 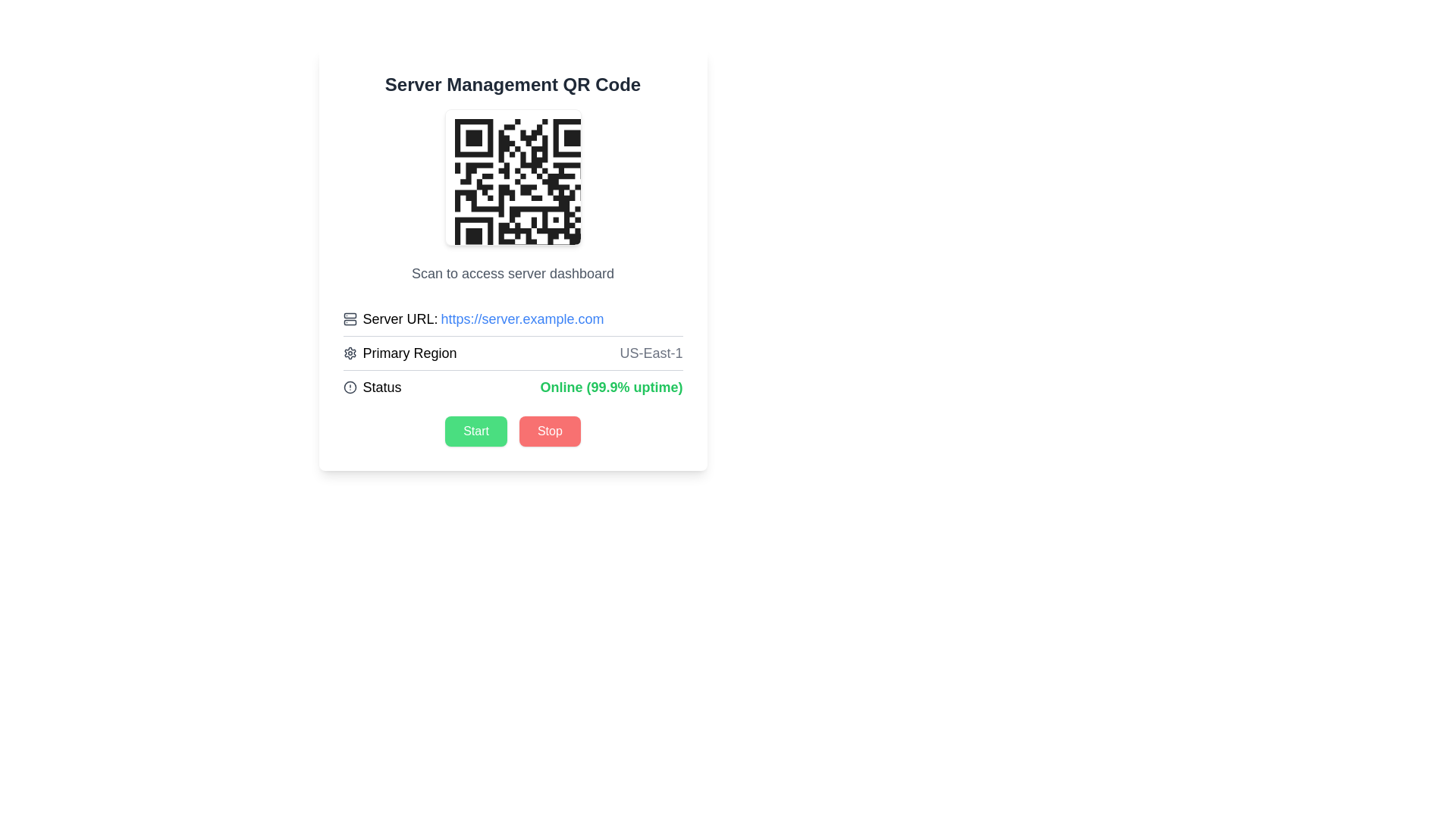 What do you see at coordinates (513, 177) in the screenshot?
I see `the QR code positioned centrally above the text 'Scan to access server dashboard'` at bounding box center [513, 177].